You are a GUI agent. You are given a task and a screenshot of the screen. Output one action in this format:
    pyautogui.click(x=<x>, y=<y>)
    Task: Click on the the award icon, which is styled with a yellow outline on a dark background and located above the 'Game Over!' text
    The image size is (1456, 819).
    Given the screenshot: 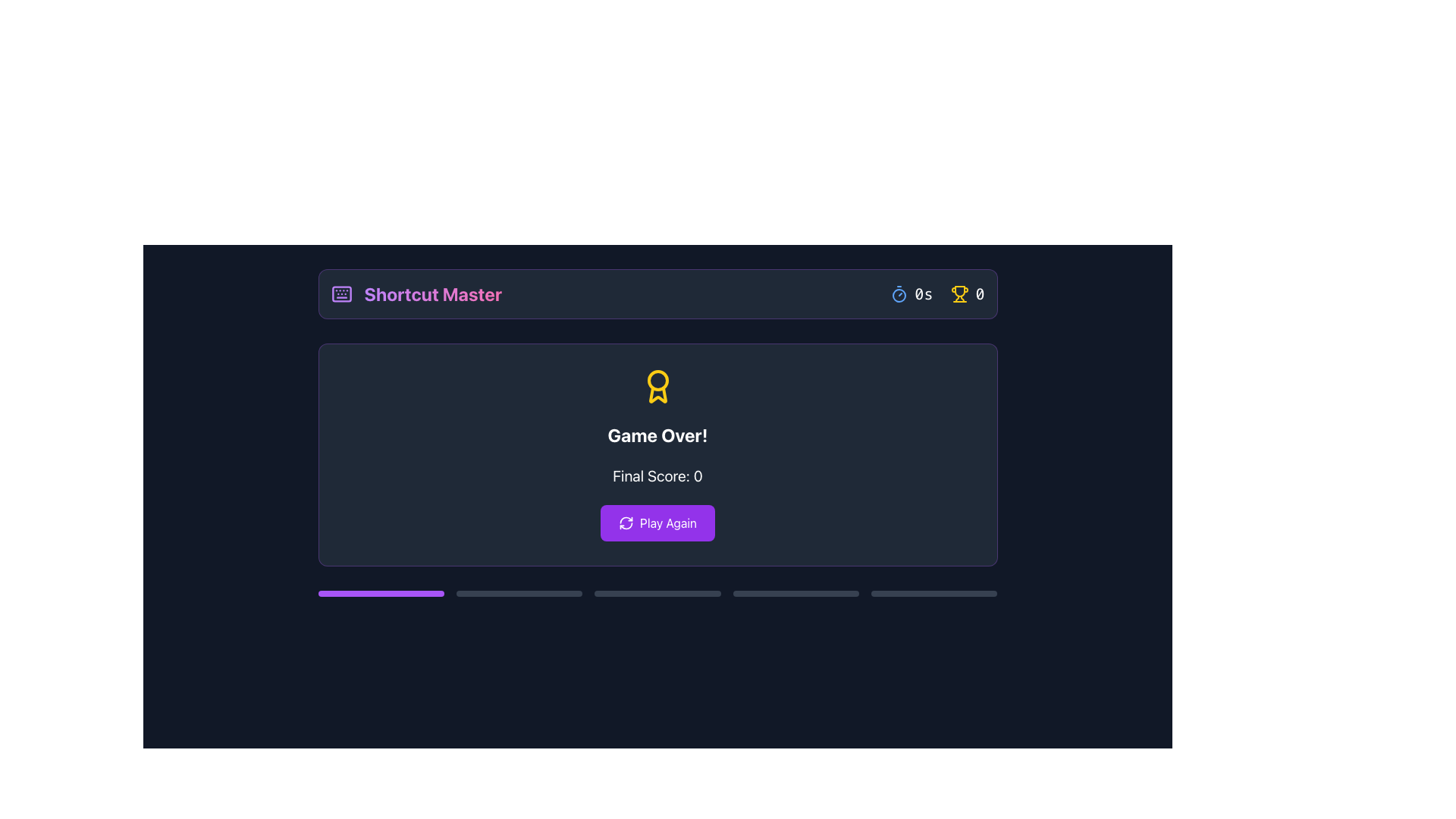 What is the action you would take?
    pyautogui.click(x=657, y=385)
    